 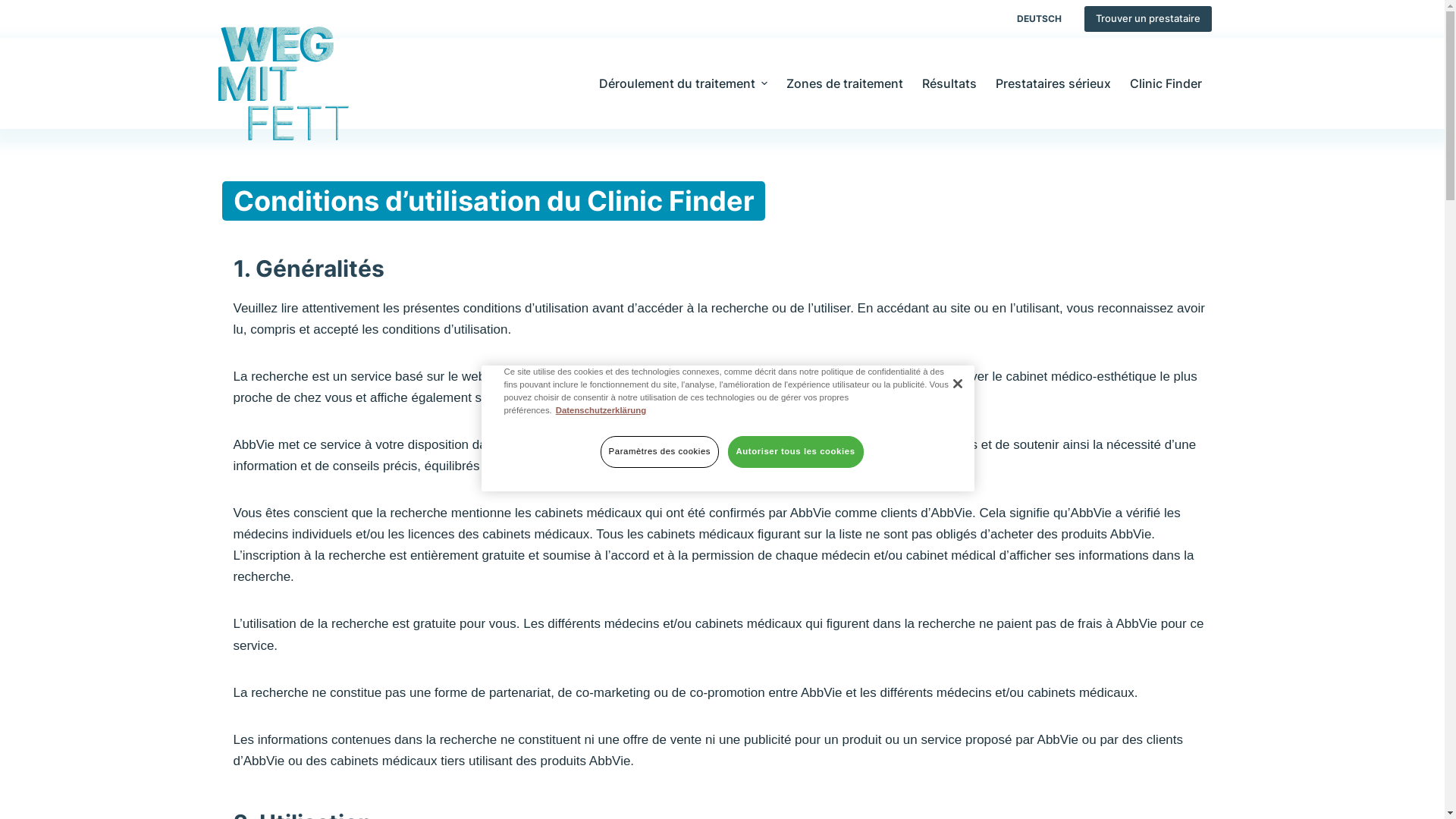 I want to click on 'Trouver un prestataire', so click(x=1147, y=18).